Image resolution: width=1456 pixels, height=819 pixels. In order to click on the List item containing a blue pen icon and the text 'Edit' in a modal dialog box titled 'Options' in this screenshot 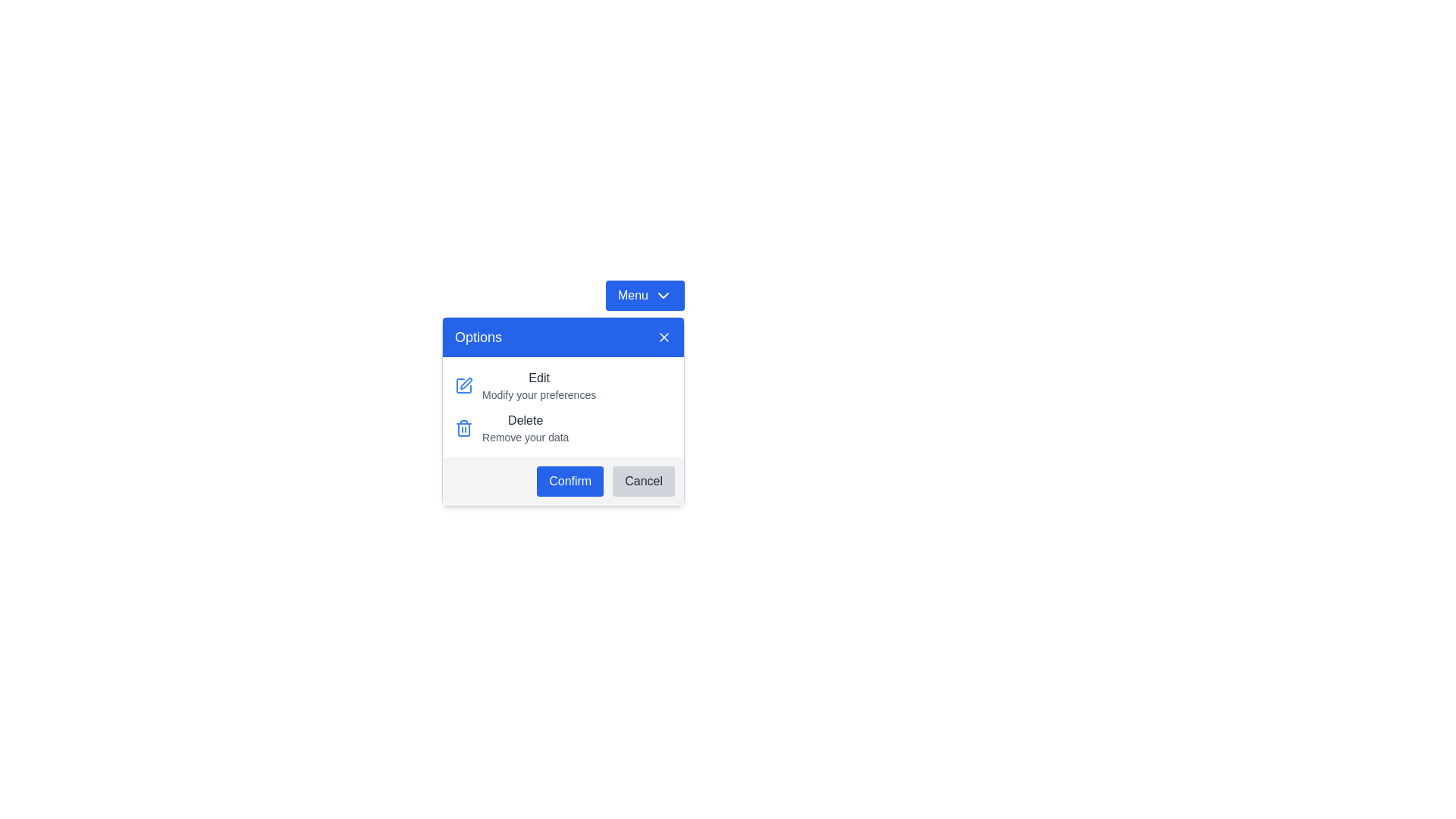, I will do `click(563, 385)`.